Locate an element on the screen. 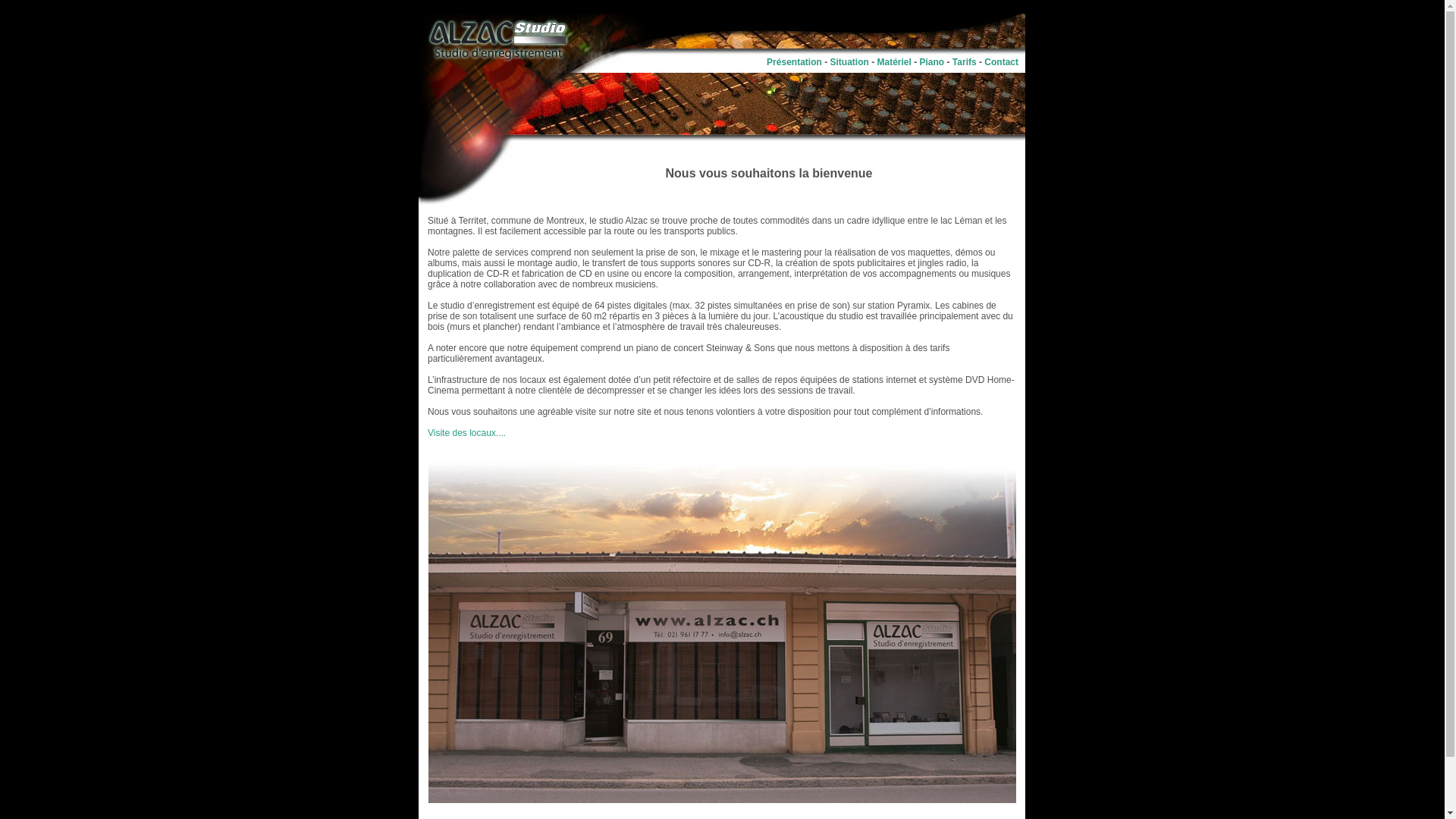 The height and width of the screenshot is (819, 1456). 'Tarifs' is located at coordinates (952, 61).